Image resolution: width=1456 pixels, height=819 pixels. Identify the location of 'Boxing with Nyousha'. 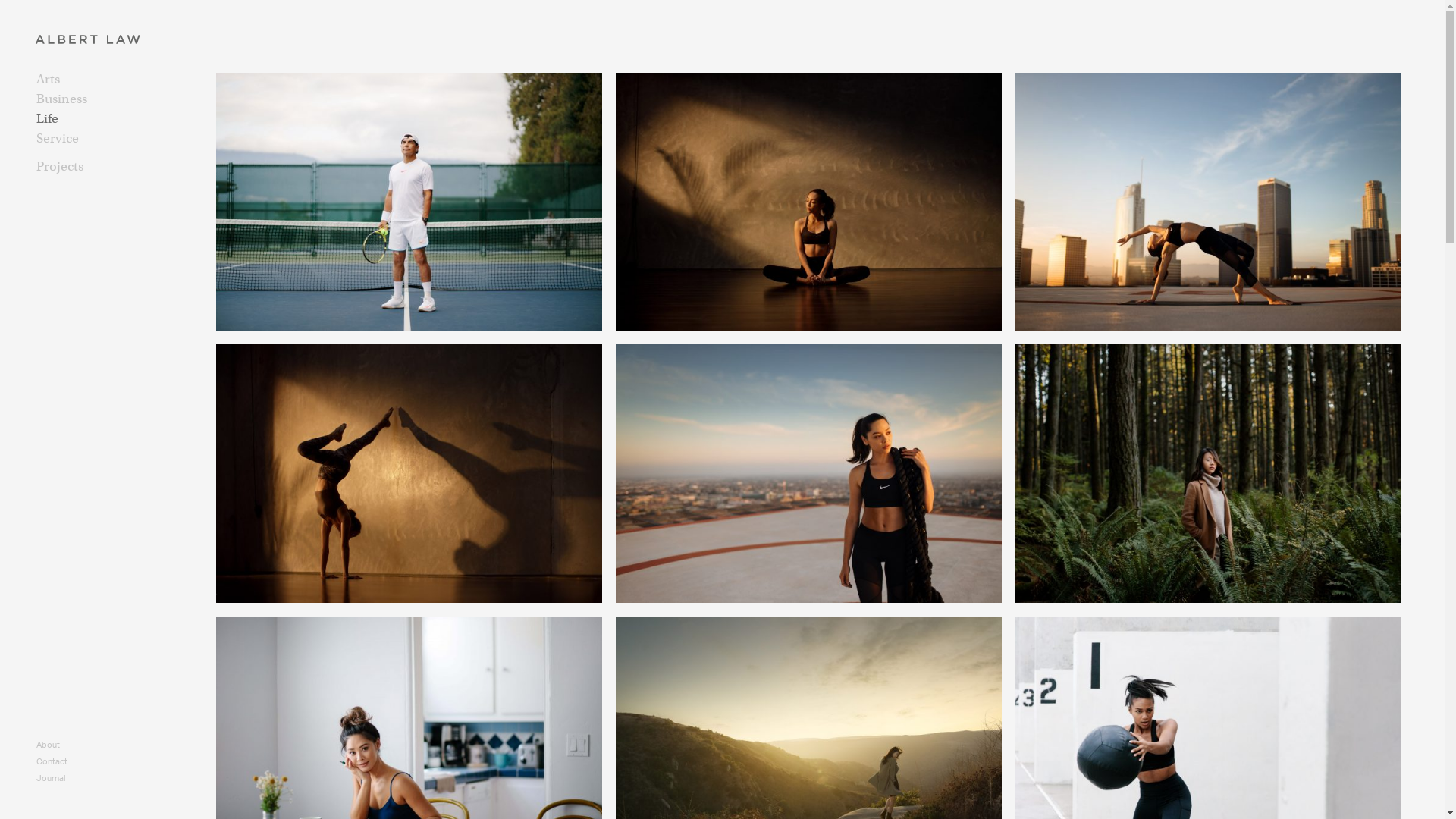
(79, 186).